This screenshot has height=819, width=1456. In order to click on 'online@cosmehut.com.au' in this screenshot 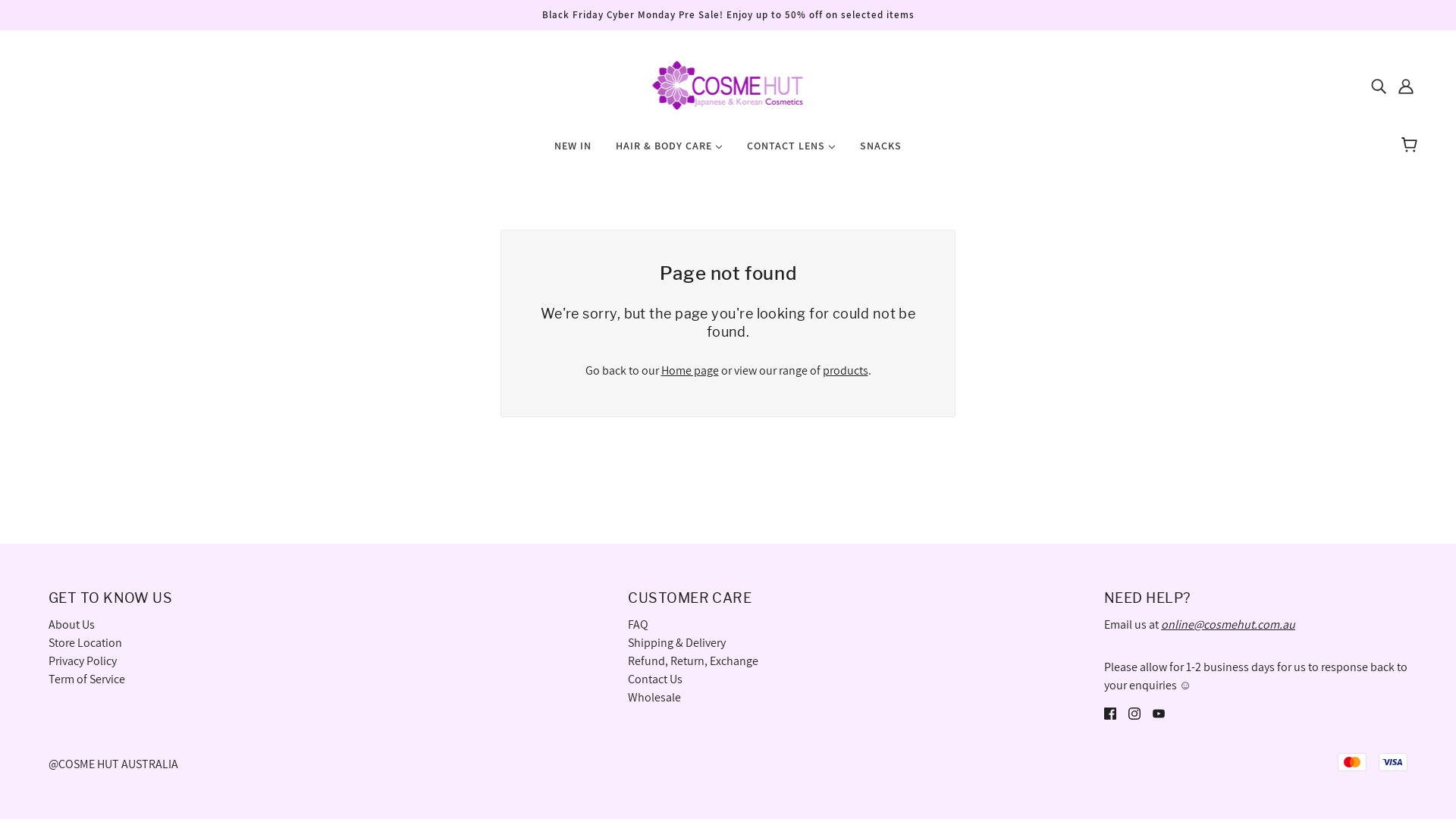, I will do `click(1228, 624)`.